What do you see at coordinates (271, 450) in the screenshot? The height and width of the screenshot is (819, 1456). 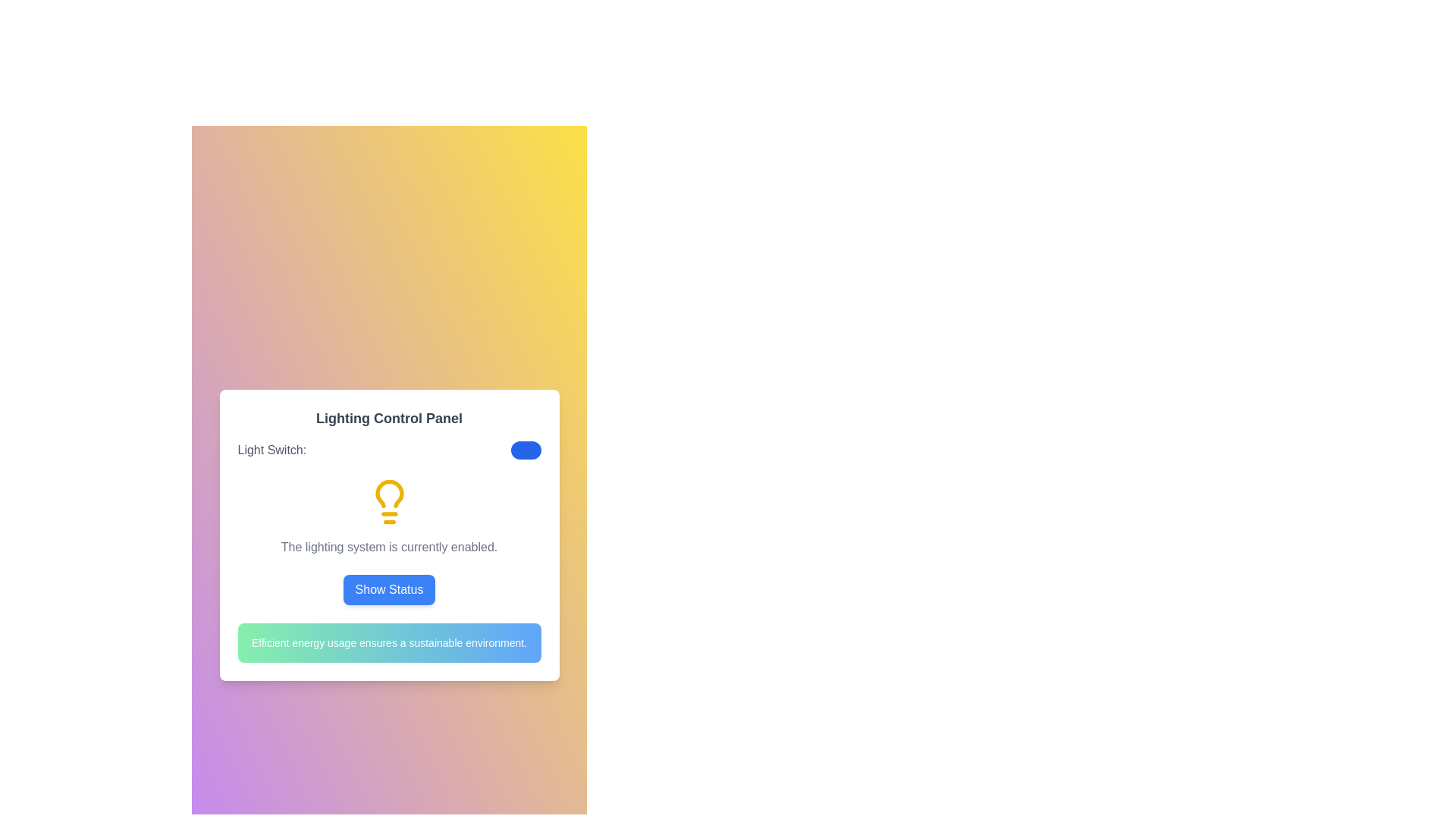 I see `text label displaying 'Light Switch:' which is a gray font aligned to the left in a minimalist interface design` at bounding box center [271, 450].